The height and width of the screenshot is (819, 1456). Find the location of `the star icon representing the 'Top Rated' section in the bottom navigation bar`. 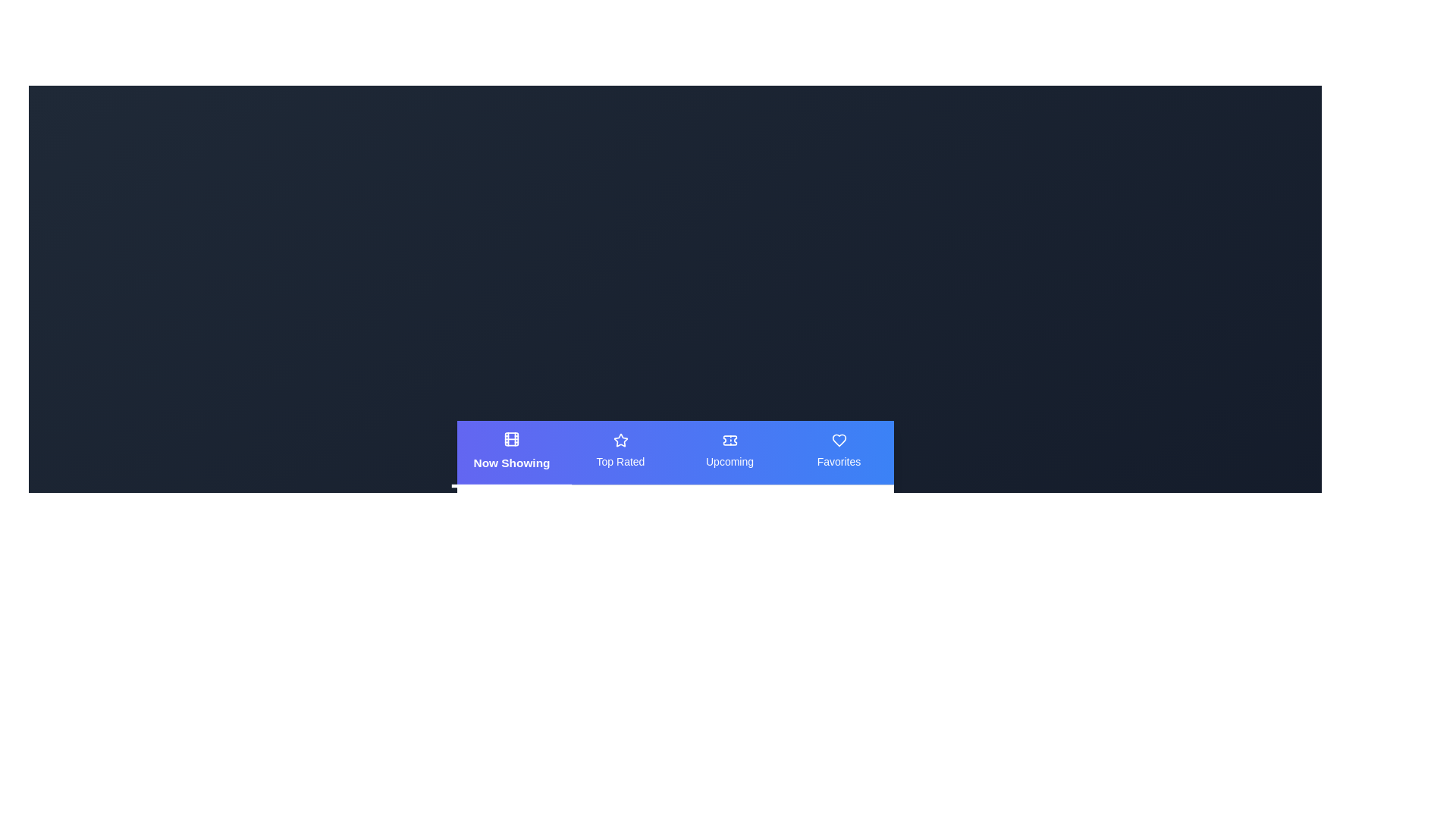

the star icon representing the 'Top Rated' section in the bottom navigation bar is located at coordinates (620, 440).